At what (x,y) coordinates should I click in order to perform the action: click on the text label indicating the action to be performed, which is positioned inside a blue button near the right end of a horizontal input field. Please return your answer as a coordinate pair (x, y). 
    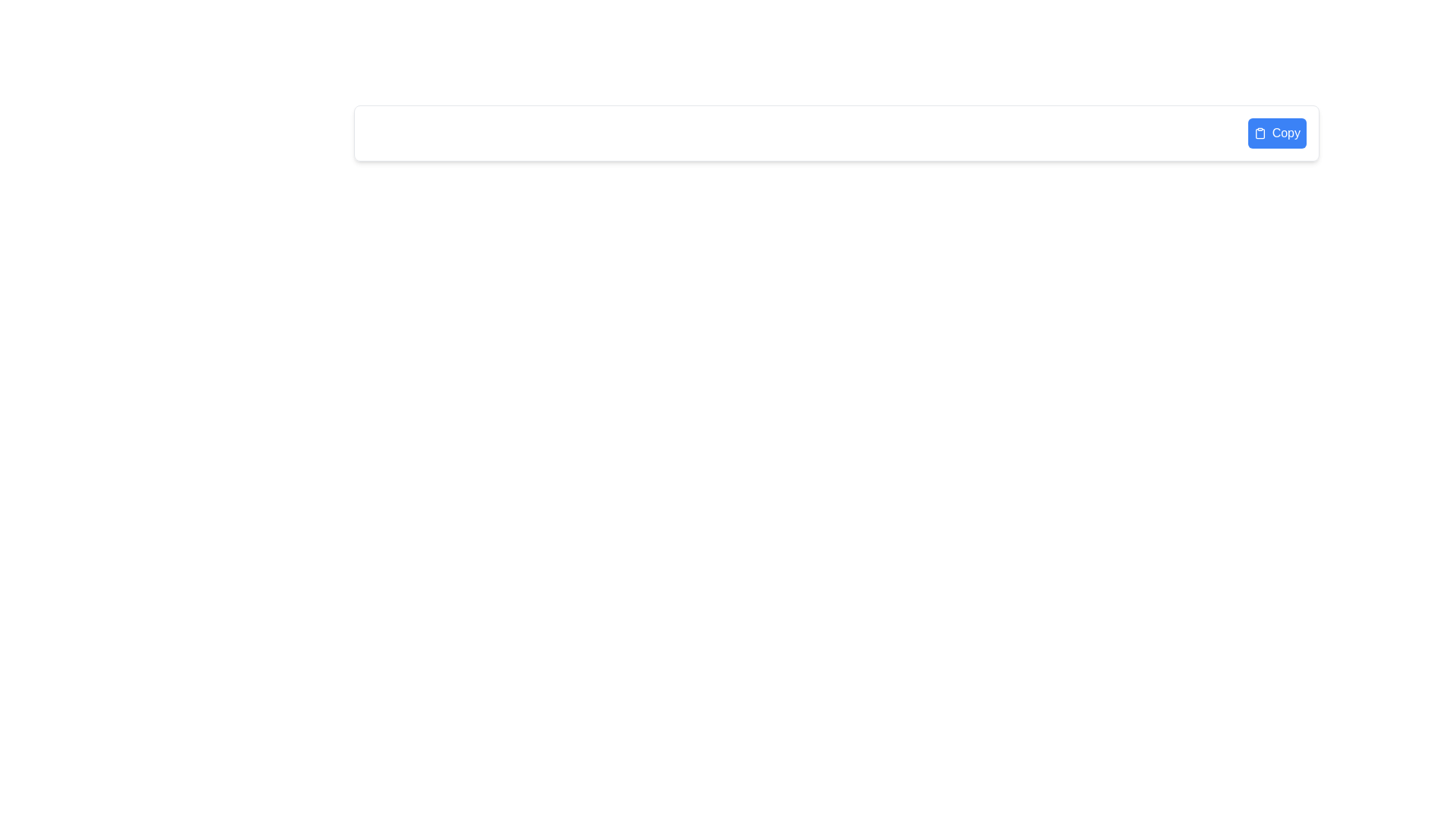
    Looking at the image, I should click on (1285, 133).